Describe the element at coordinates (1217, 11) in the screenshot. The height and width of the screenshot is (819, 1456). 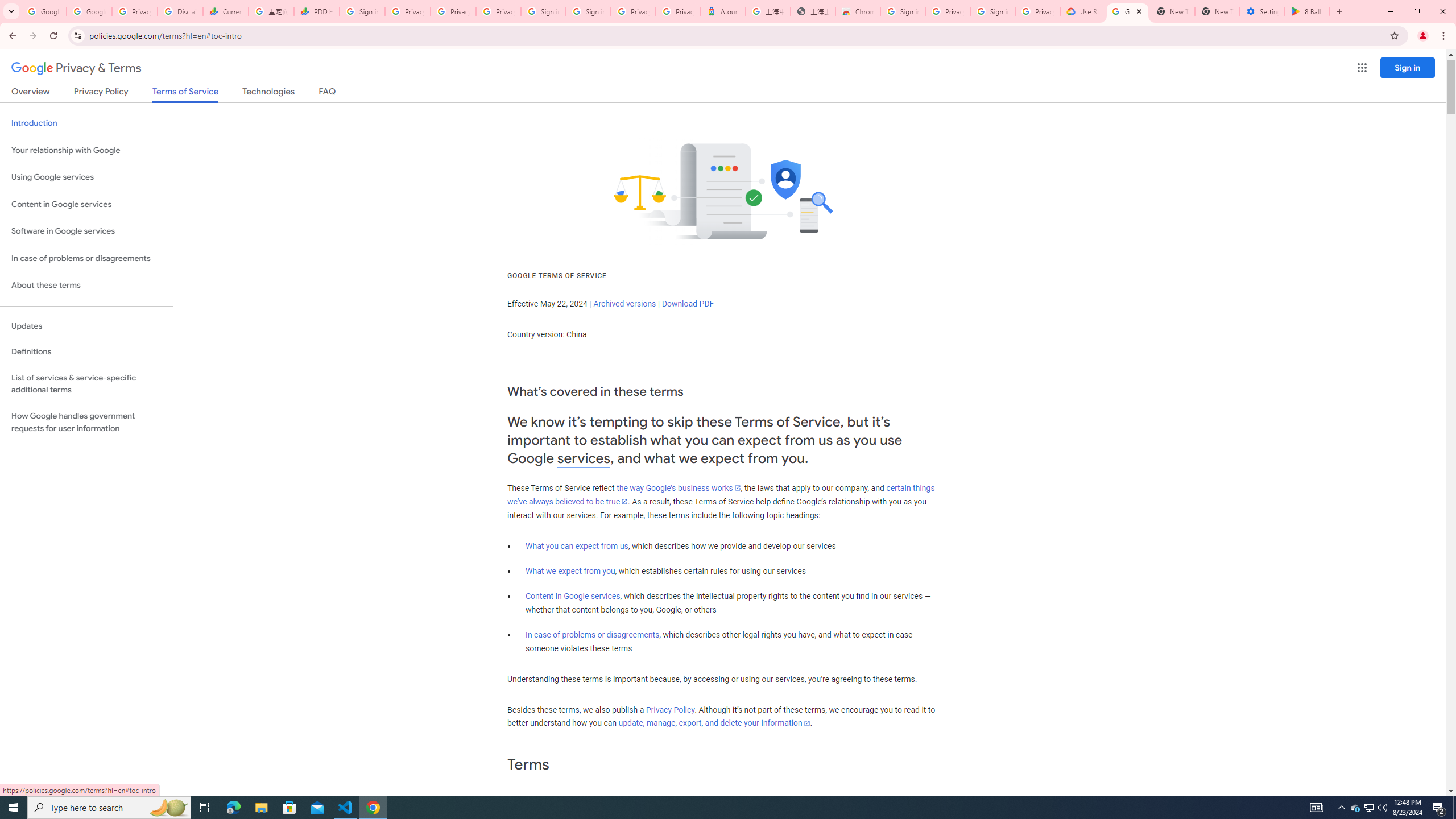
I see `'New Tab'` at that location.